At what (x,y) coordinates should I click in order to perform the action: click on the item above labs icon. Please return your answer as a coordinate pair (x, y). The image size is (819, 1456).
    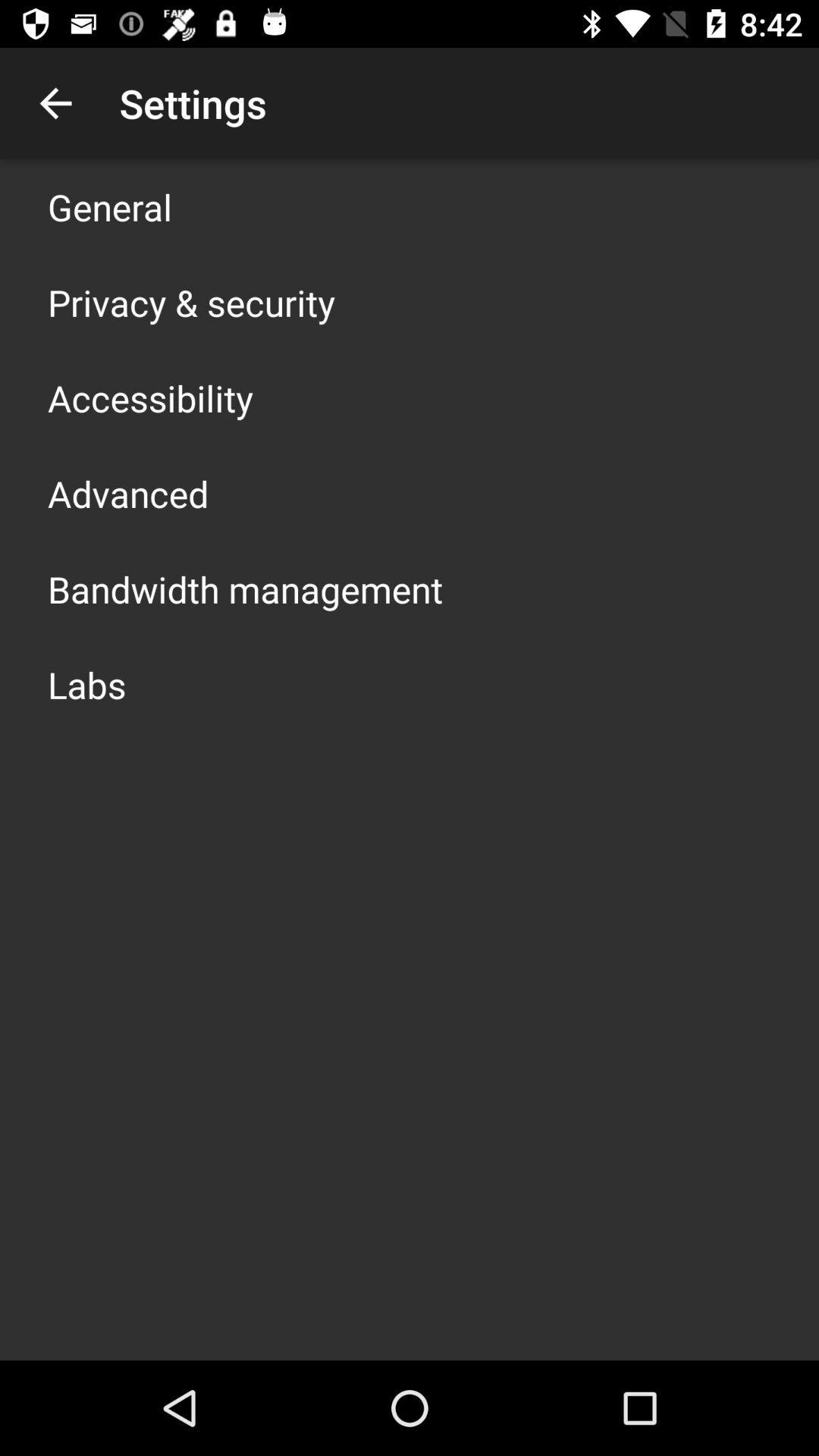
    Looking at the image, I should click on (244, 588).